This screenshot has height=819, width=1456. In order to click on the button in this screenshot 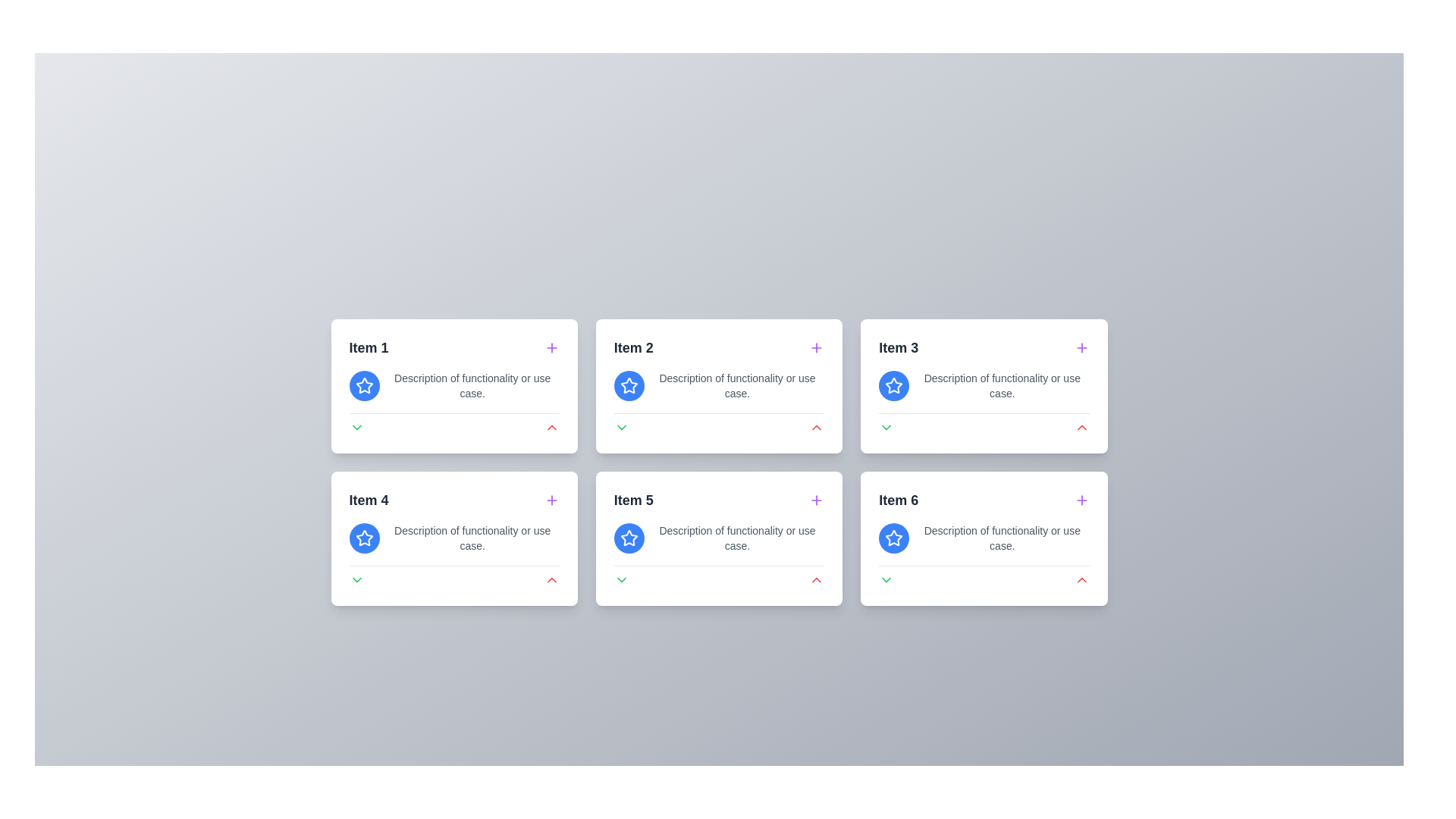, I will do `click(621, 579)`.